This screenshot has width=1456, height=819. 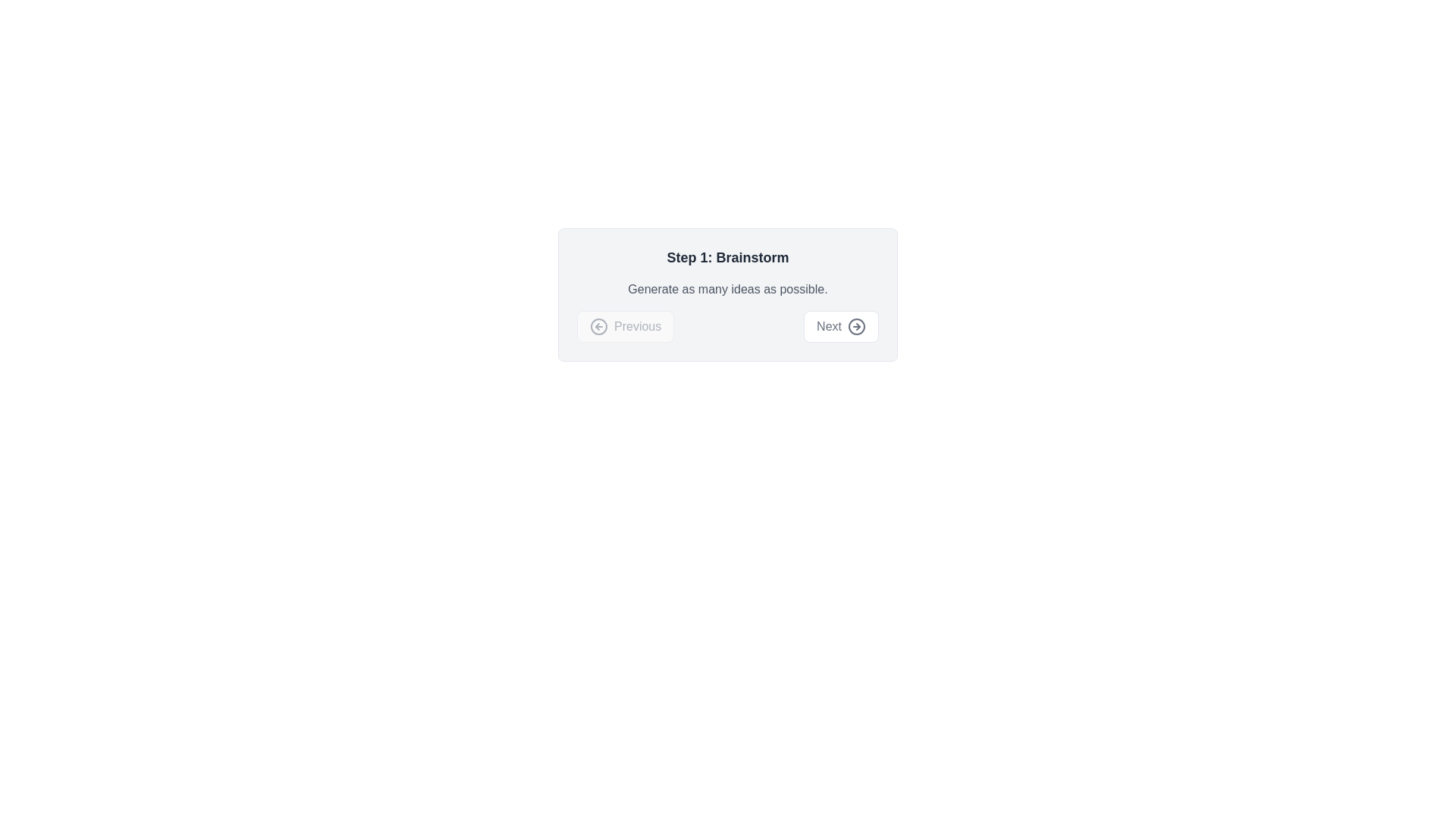 I want to click on the circular outline of the backward arrow icon located at the bottom-left region of the dialog box, adjacent to the 'Next' button, so click(x=598, y=326).